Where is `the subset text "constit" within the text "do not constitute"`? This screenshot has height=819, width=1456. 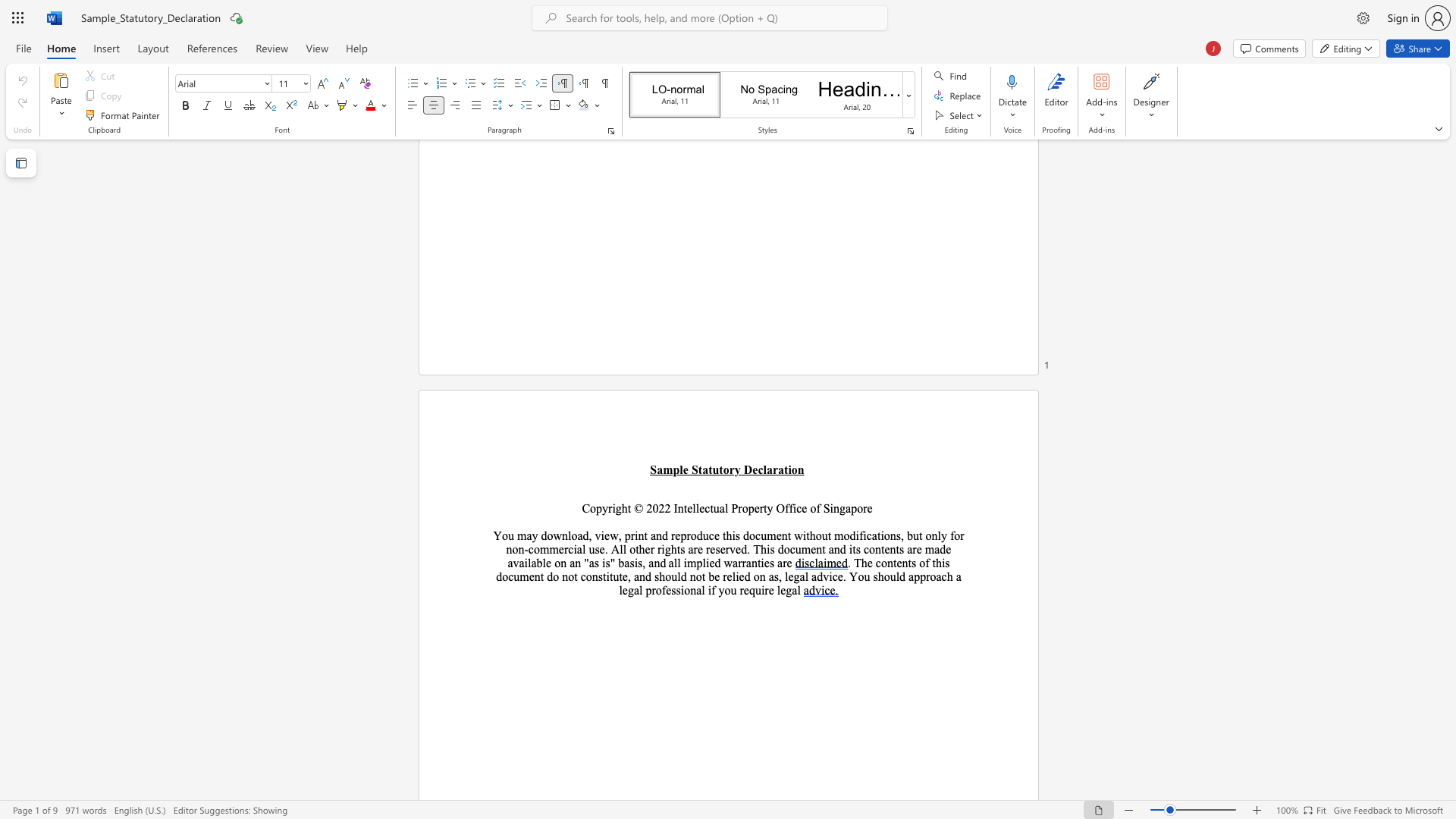
the subset text "constit" within the text "do not constitute" is located at coordinates (579, 576).